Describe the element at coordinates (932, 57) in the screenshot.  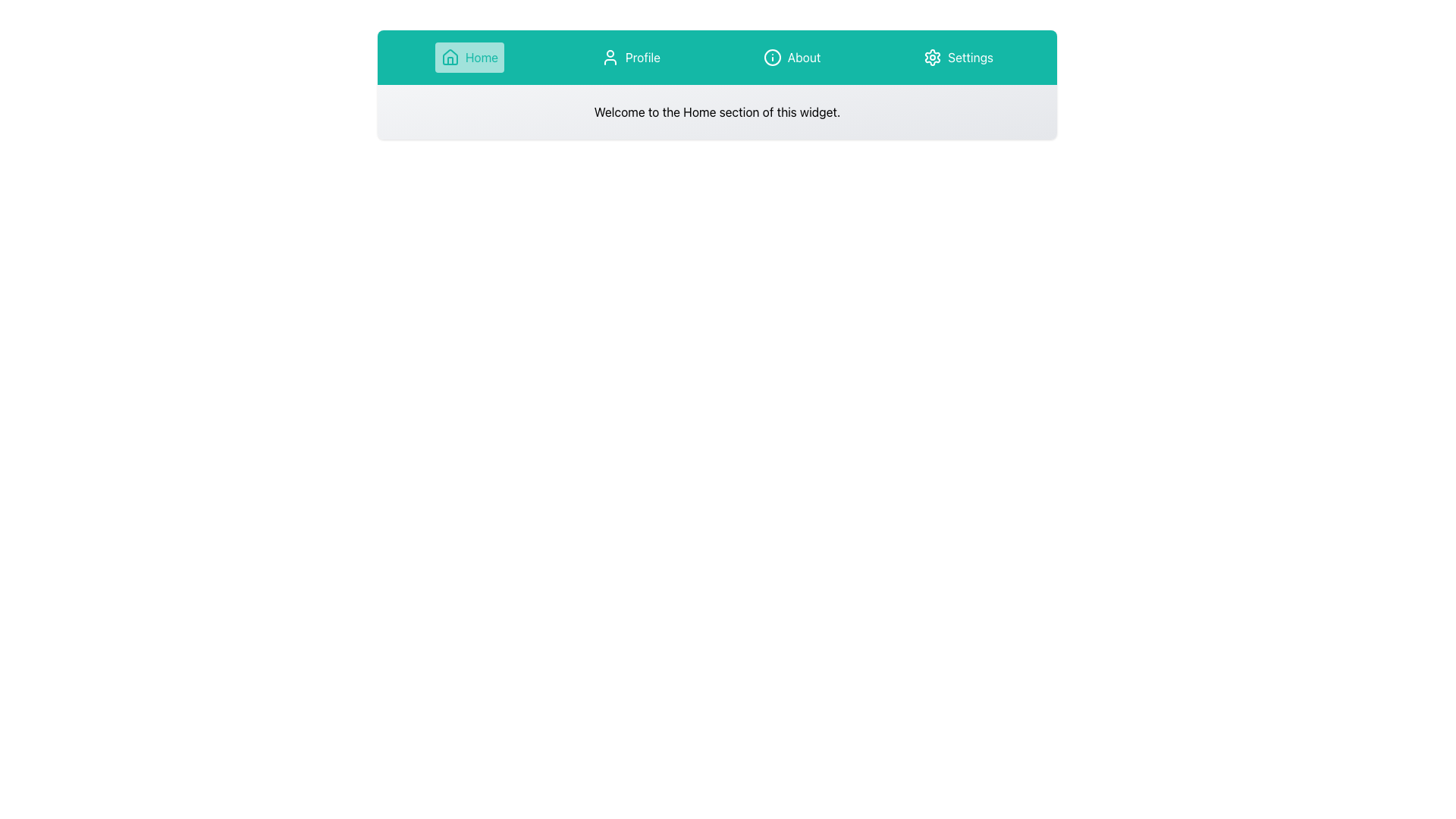
I see `the SVG-based gear icon representing the settings feature, located in the top navigation bar to the left of the 'Settings' text label` at that location.